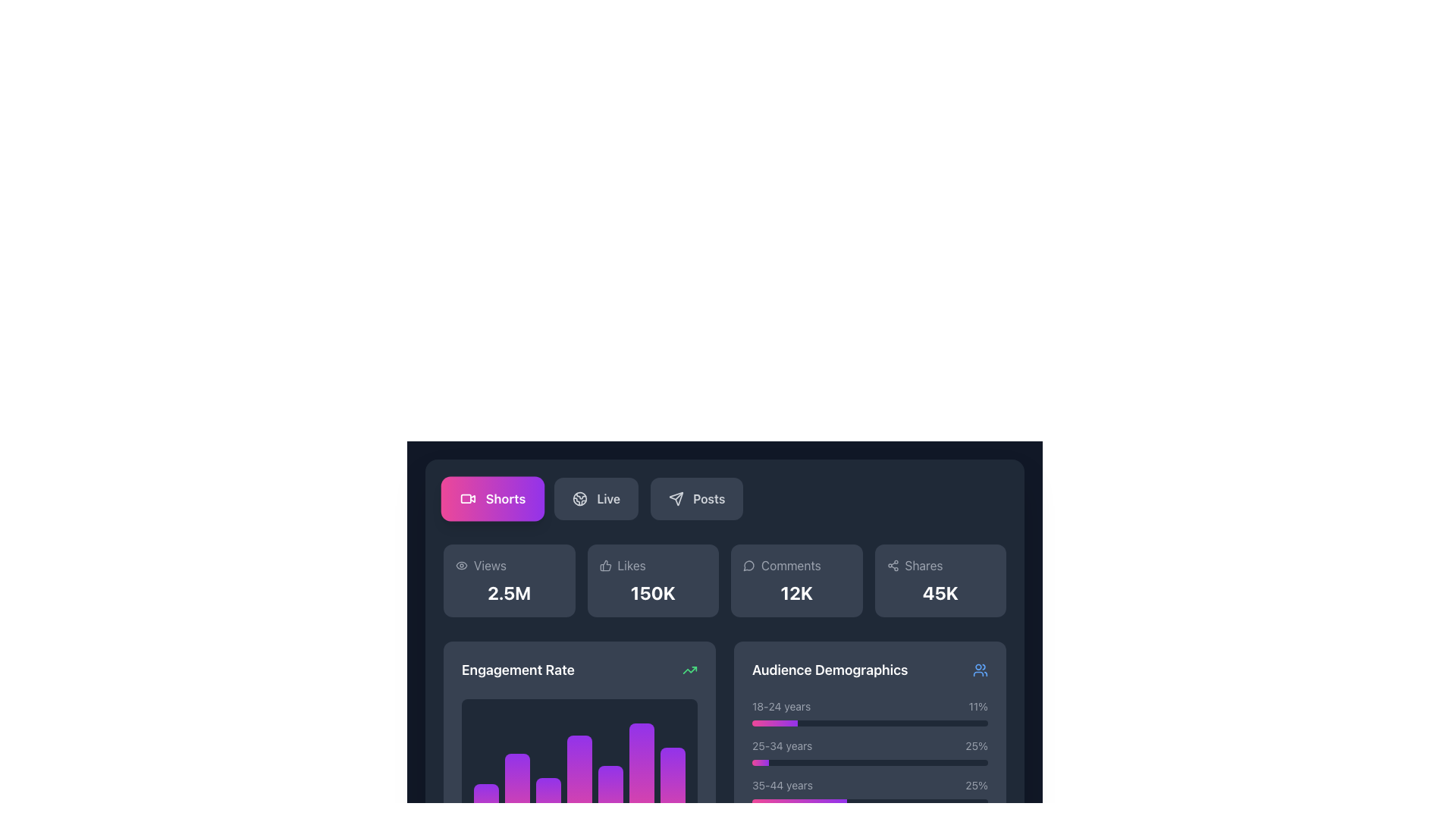 This screenshot has width=1456, height=819. Describe the element at coordinates (790, 565) in the screenshot. I see `the label describing the statistical data related` at that location.